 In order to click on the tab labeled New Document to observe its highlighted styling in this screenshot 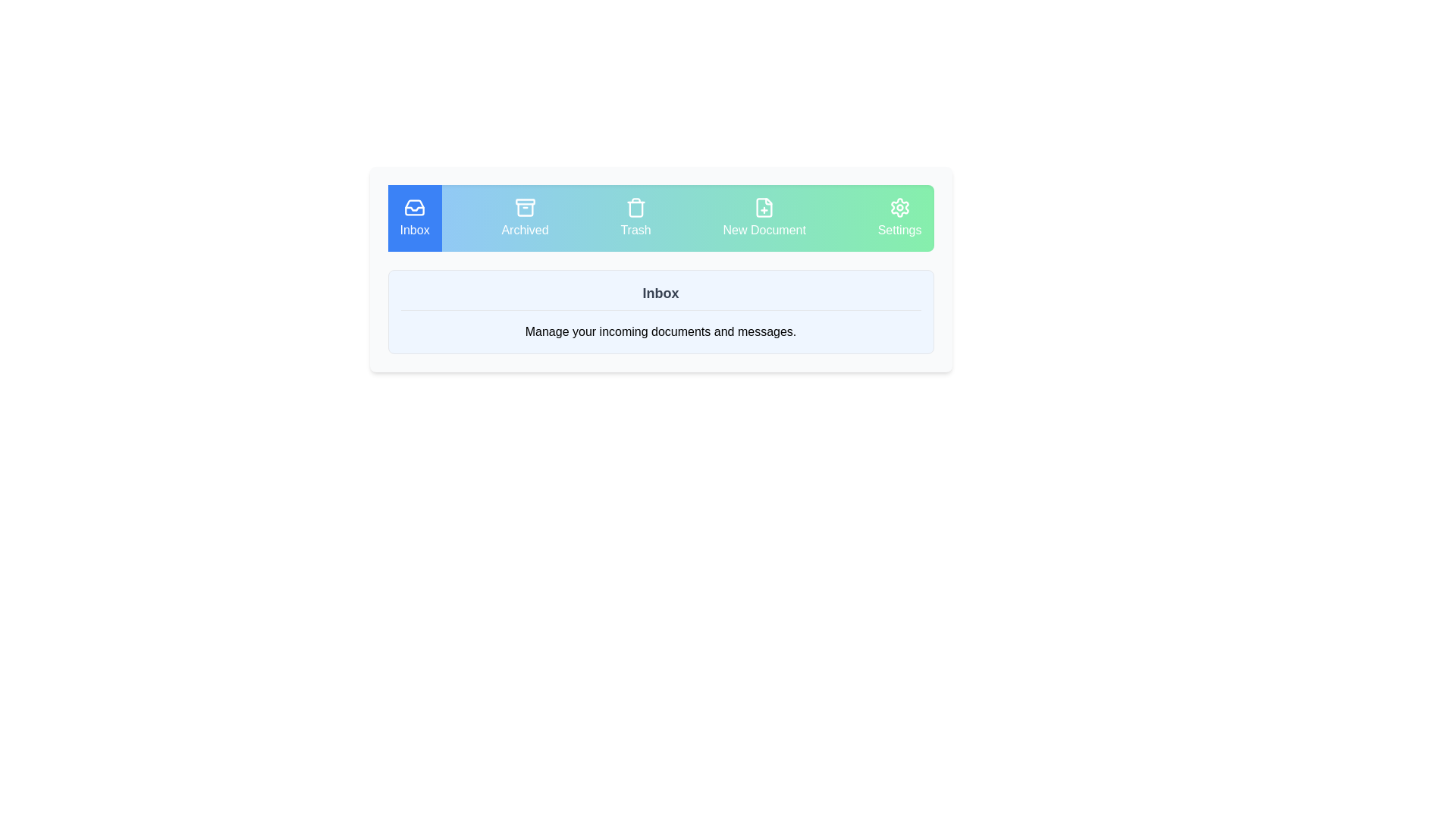, I will do `click(764, 218)`.